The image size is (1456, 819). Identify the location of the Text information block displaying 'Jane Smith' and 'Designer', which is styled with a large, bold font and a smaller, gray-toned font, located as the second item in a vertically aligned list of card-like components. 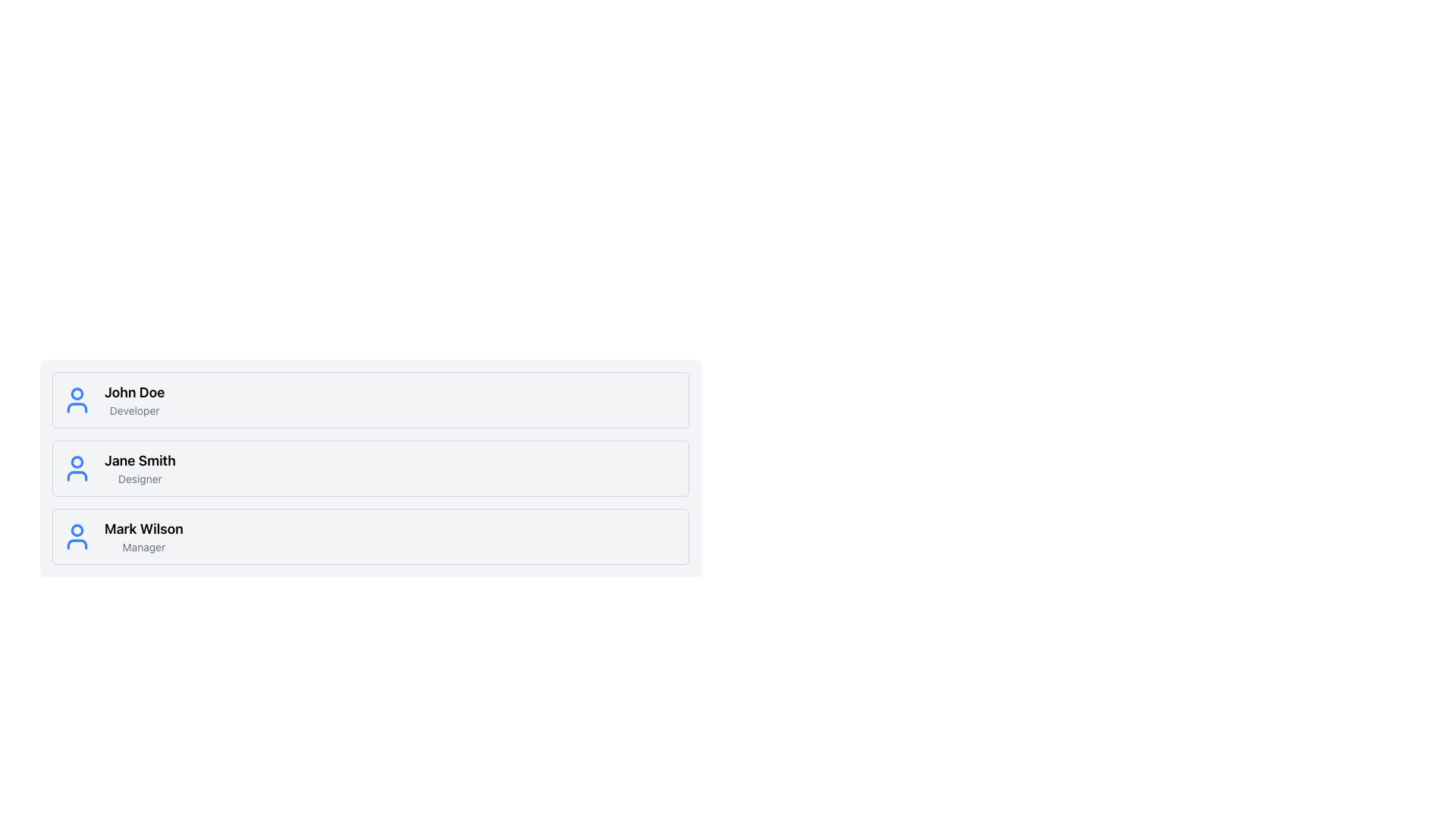
(140, 467).